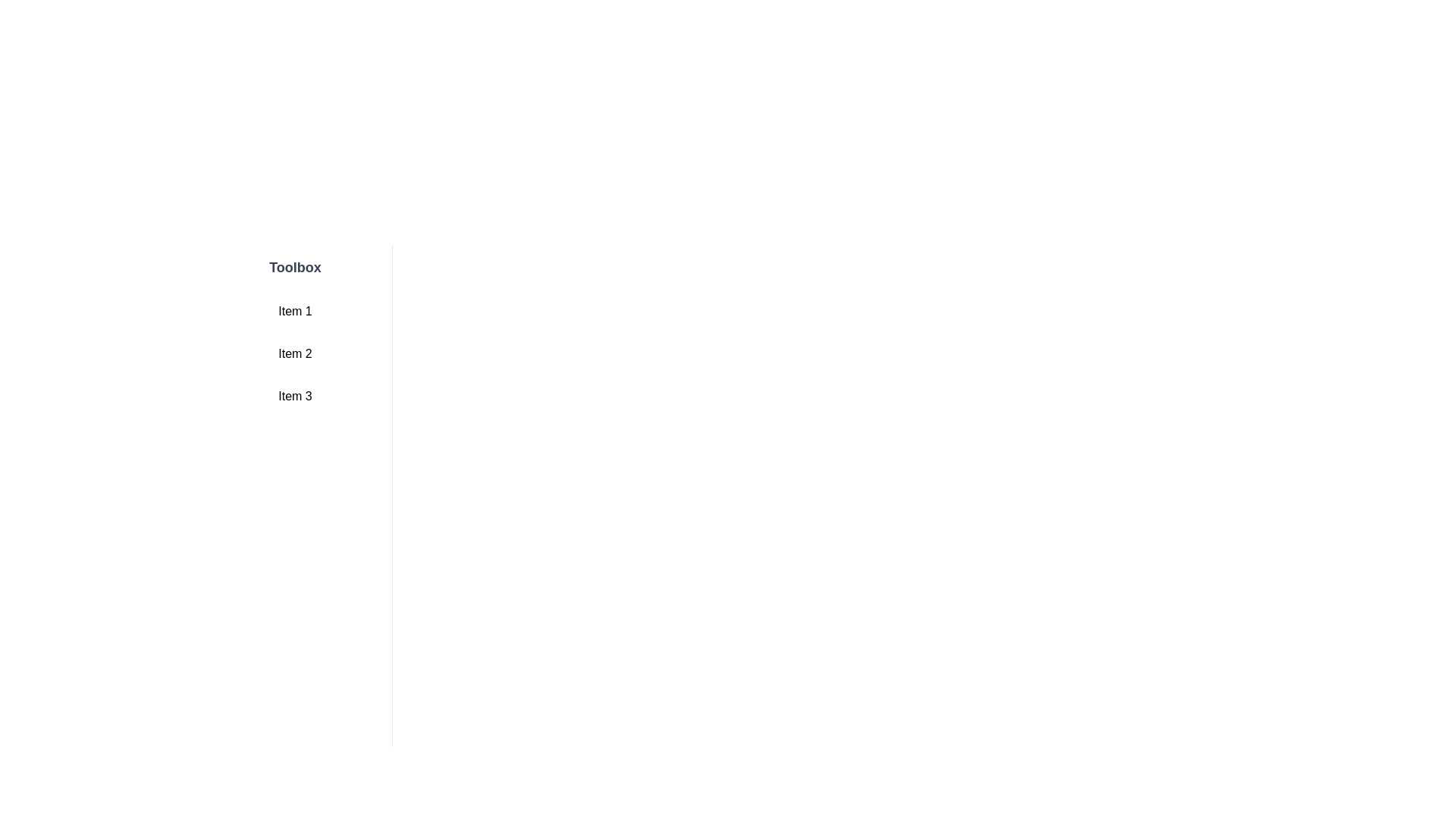 This screenshot has width=1456, height=819. I want to click on the 'Toolbox' label, which is a bold, large gray text element located at the top of a vertical menu on the left side of the interface, so click(295, 267).